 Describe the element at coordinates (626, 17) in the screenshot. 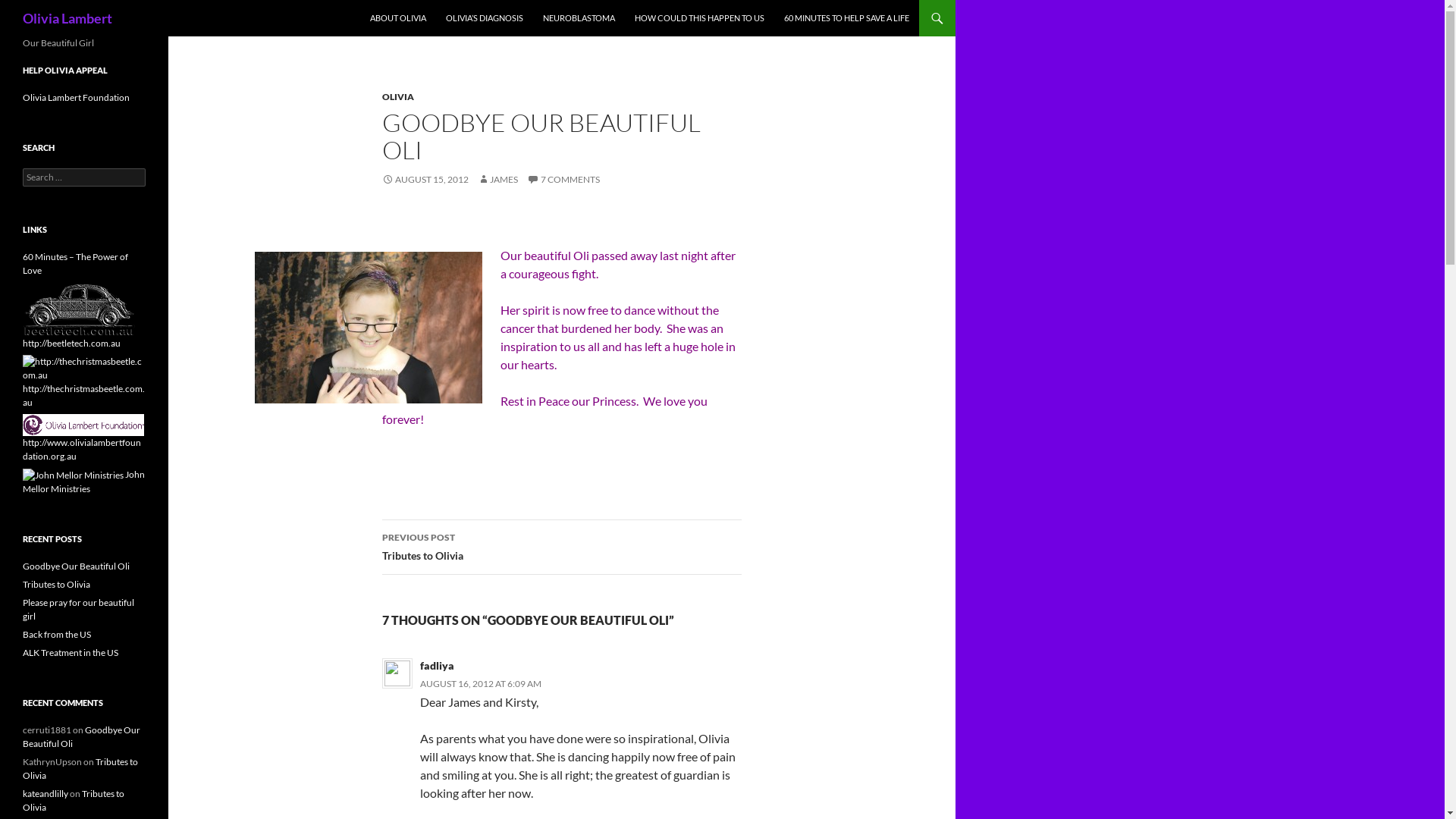

I see `'HOW COULD THIS HAPPEN TO US'` at that location.